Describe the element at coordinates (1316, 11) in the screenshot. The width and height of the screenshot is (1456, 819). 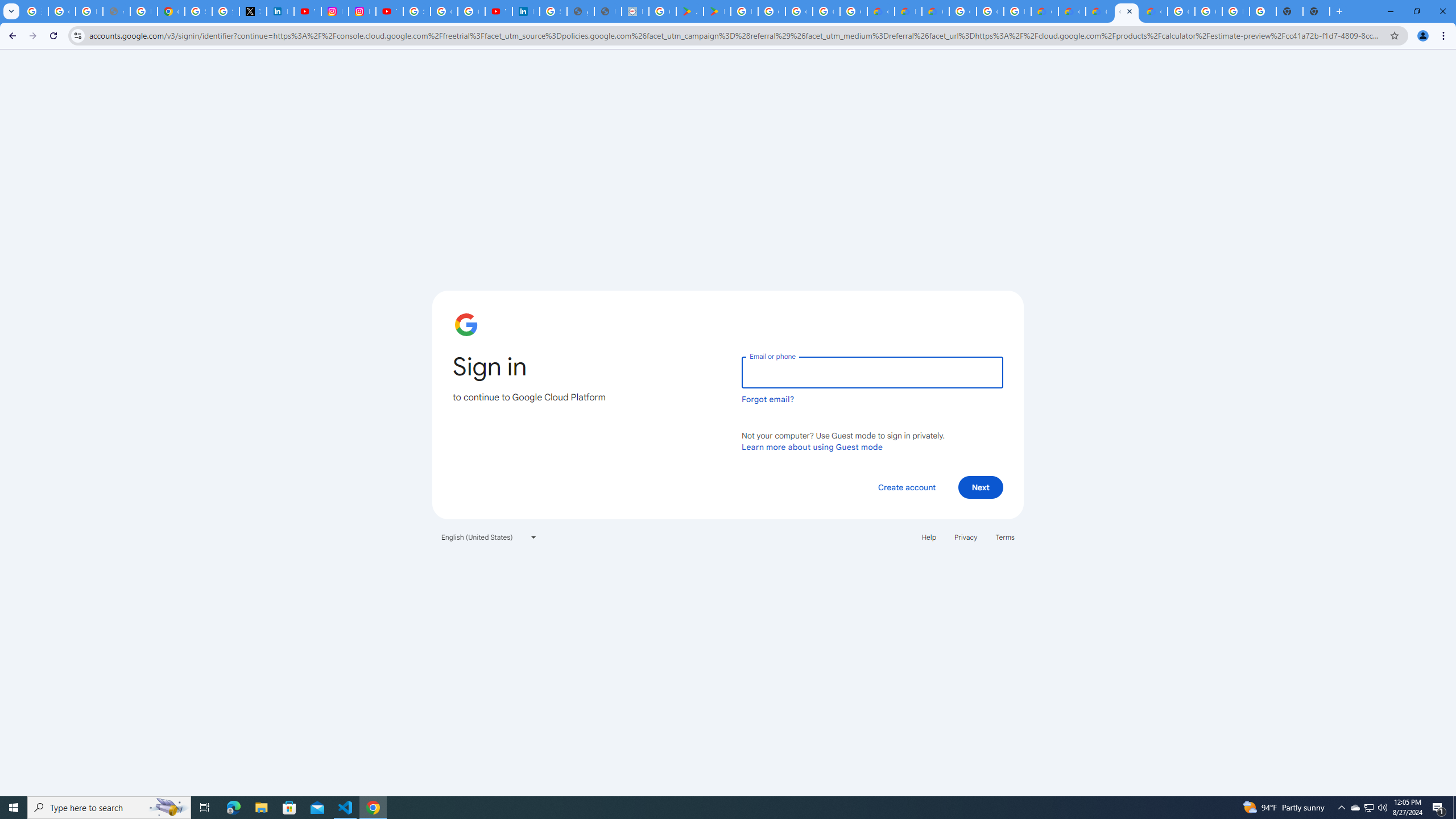
I see `'New Tab'` at that location.